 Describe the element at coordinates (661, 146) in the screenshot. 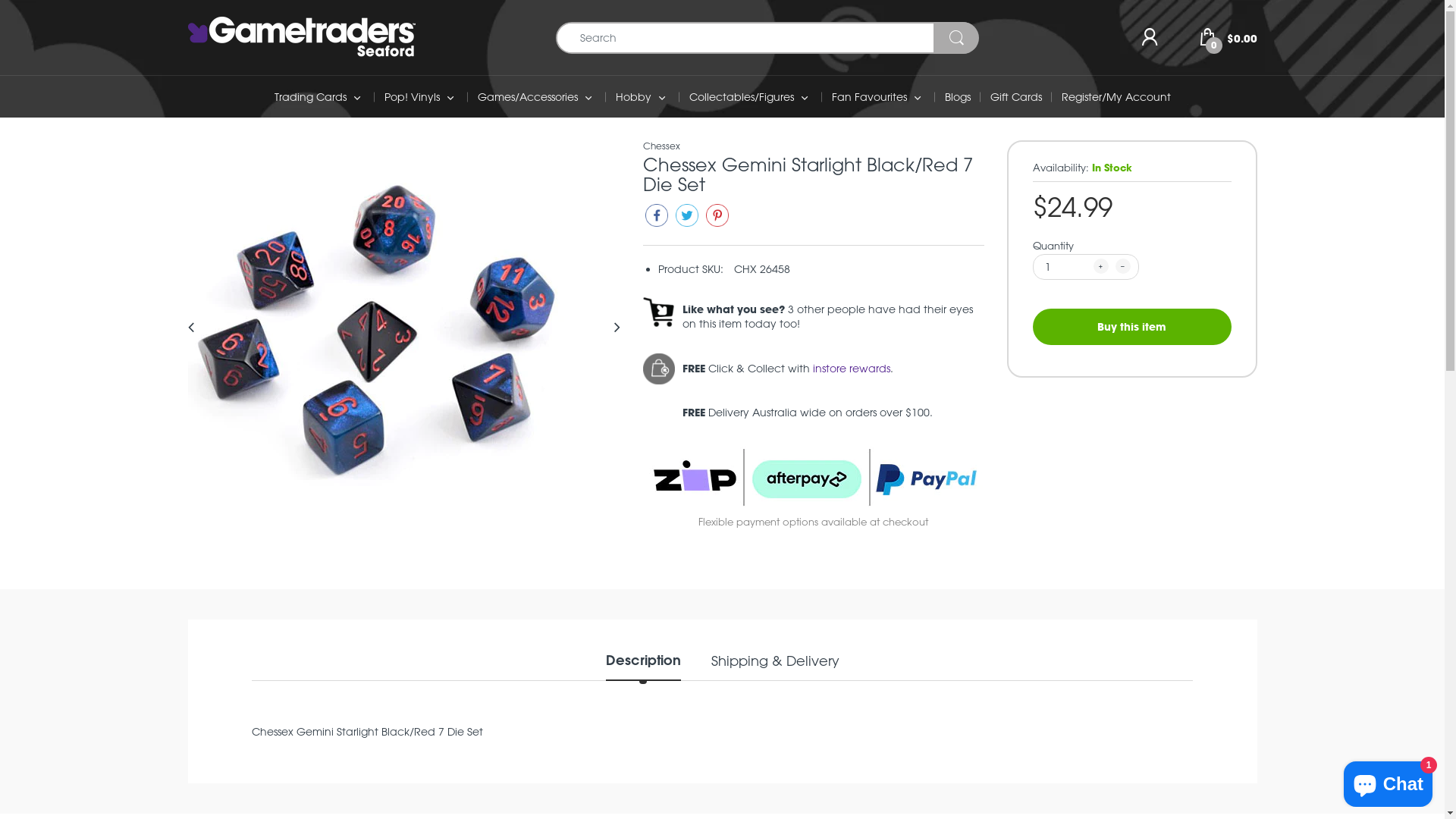

I see `'Chessex'` at that location.